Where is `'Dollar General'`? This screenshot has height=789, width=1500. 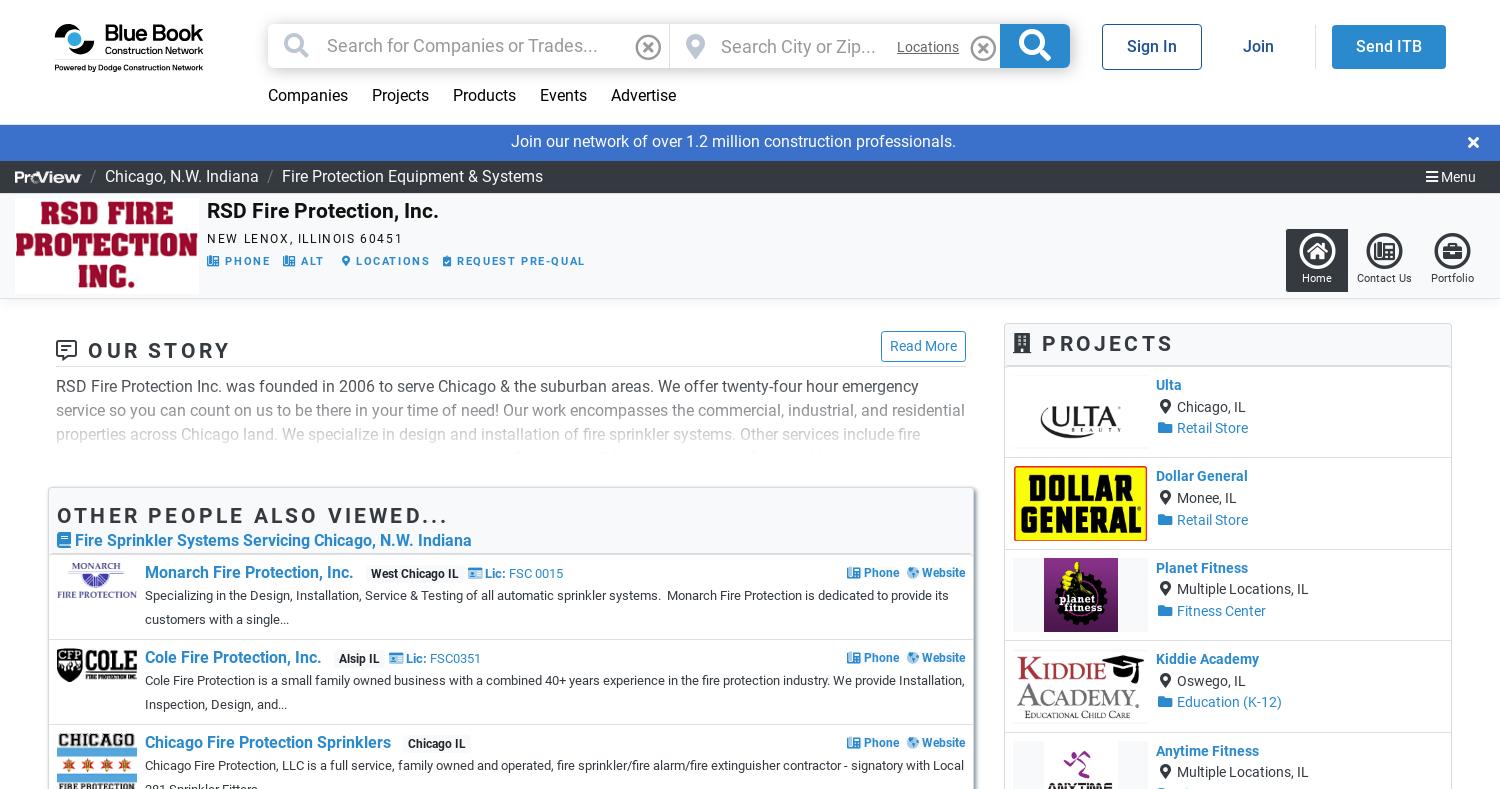
'Dollar General' is located at coordinates (1200, 475).